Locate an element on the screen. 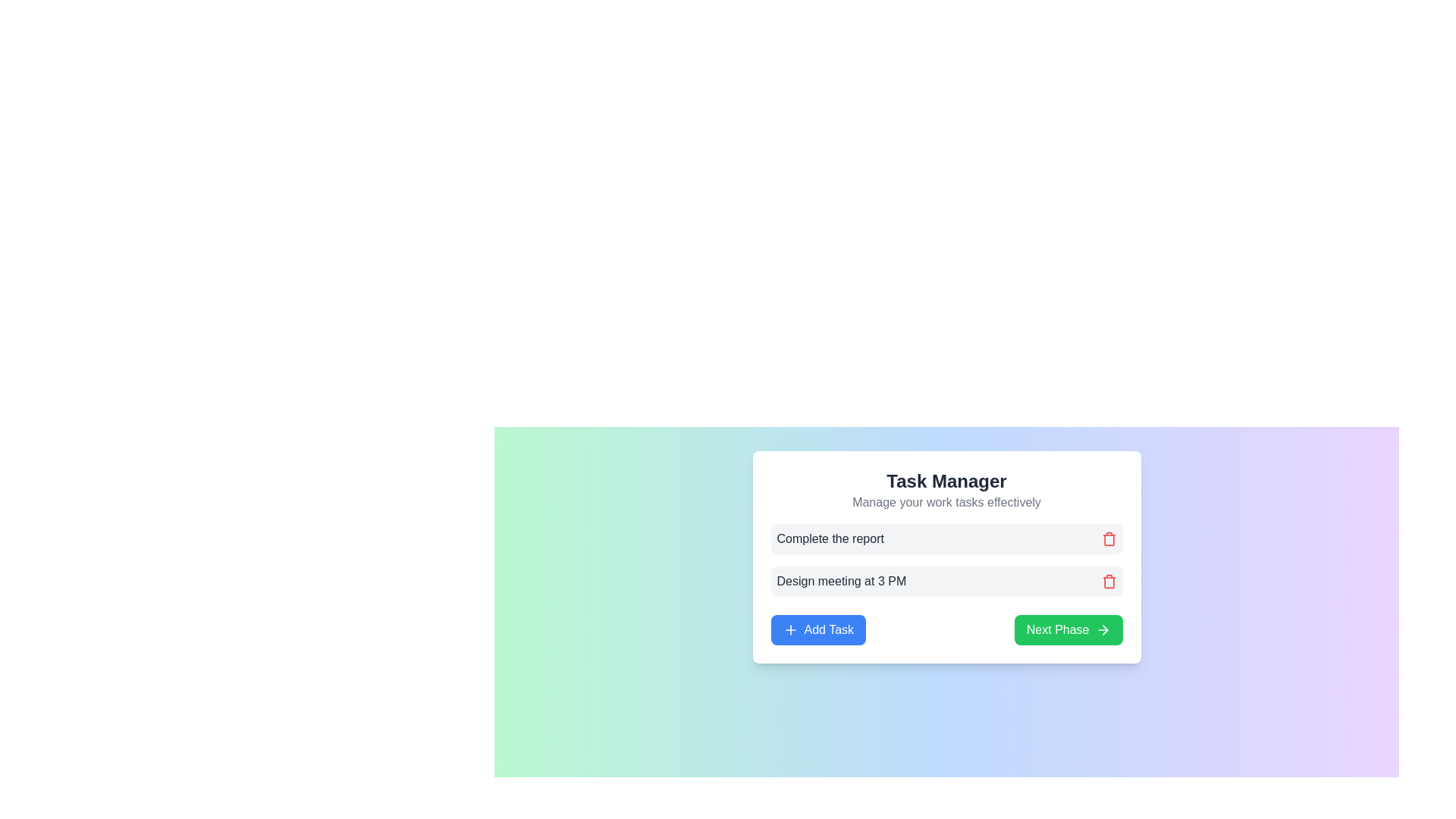  the text label of the blue button located in the bottom-left section of the visible card interface, which adds a new task to the task list is located at coordinates (828, 629).